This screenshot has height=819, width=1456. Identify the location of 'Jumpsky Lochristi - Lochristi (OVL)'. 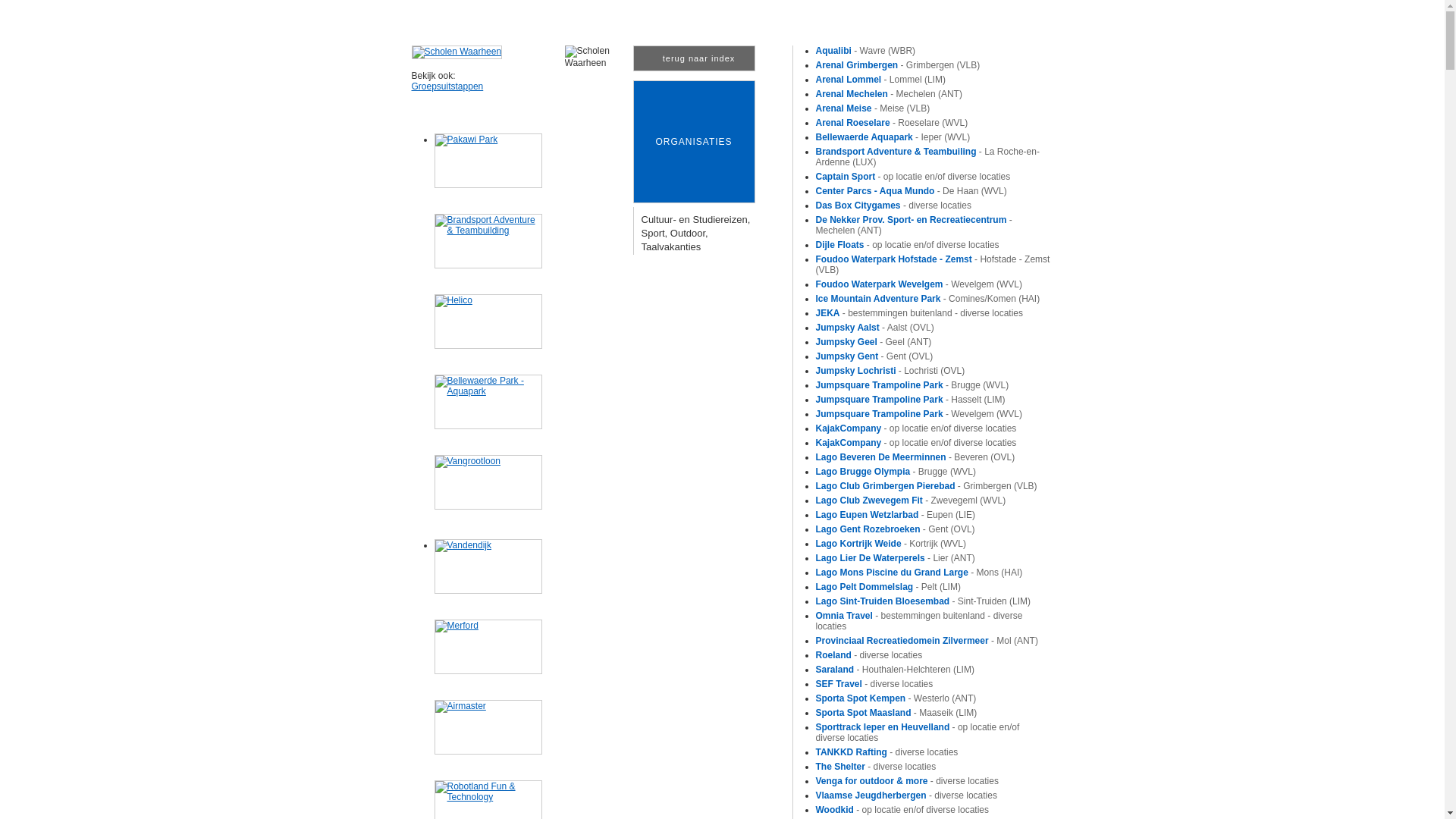
(814, 371).